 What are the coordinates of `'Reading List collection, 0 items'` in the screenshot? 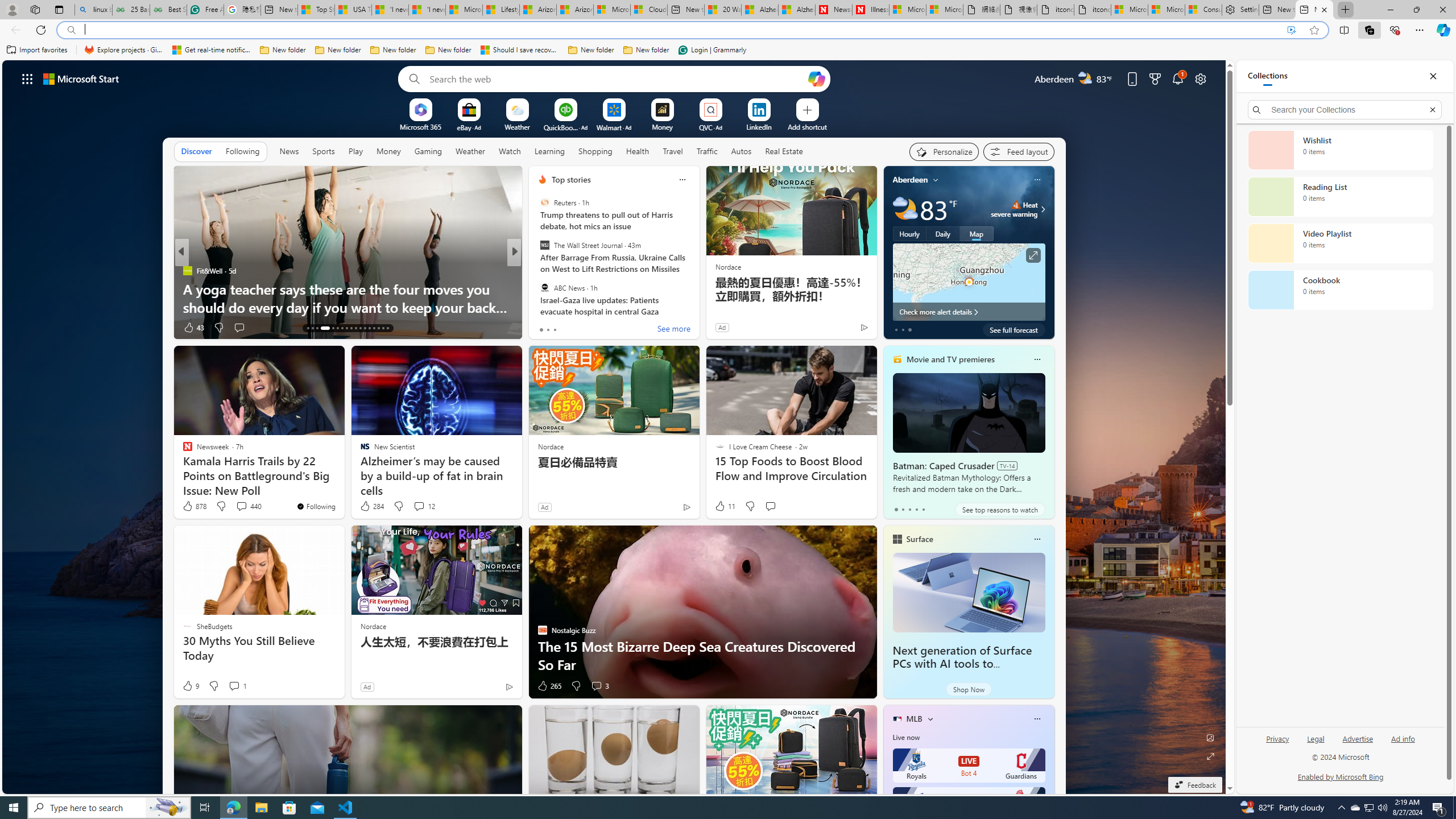 It's located at (1340, 196).